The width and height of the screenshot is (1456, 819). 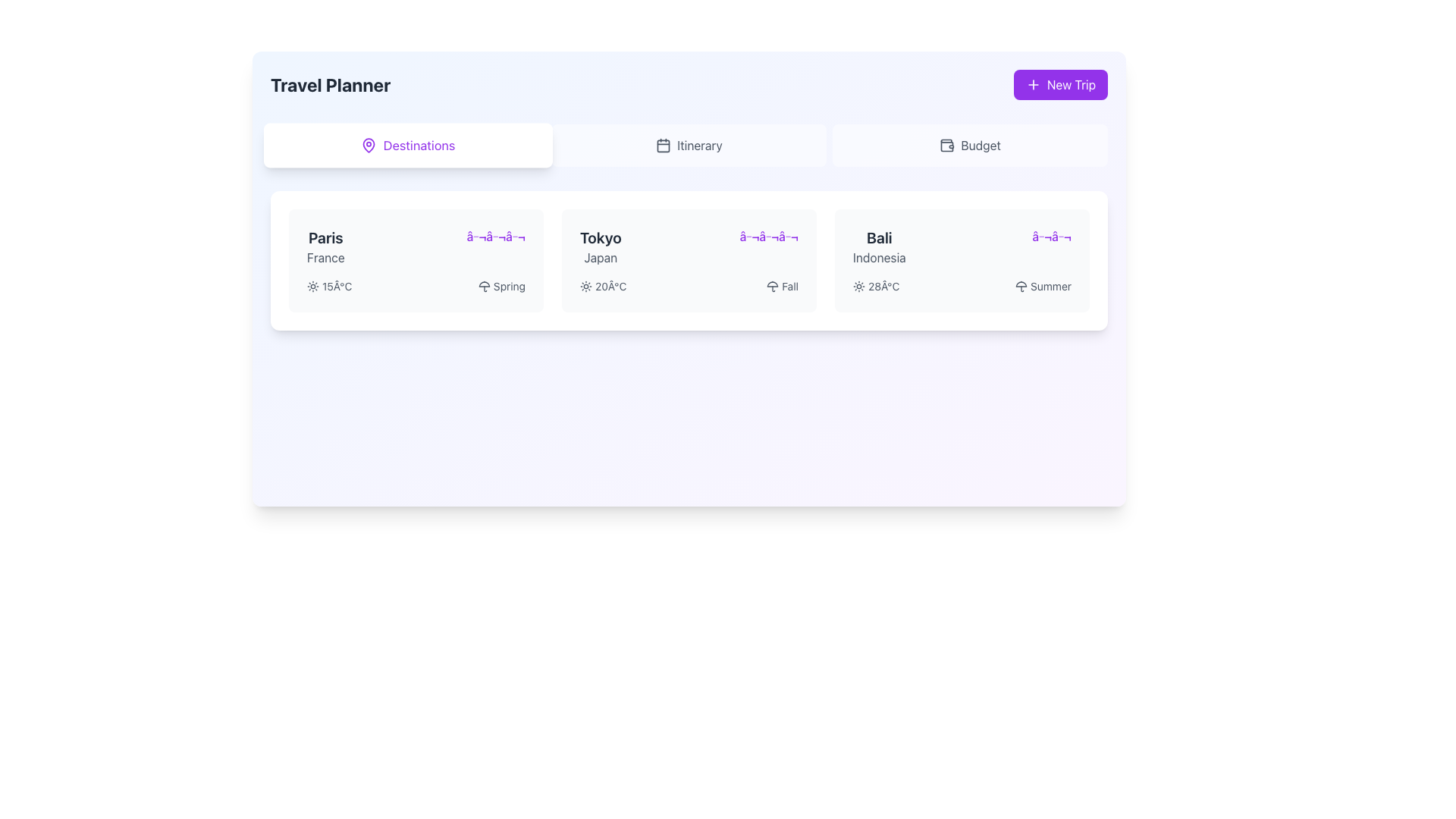 What do you see at coordinates (1043, 287) in the screenshot?
I see `the information presented in the 'Summer' informational label with an umbrella icon located in the third card of the bottom row in the 'Bali' section` at bounding box center [1043, 287].